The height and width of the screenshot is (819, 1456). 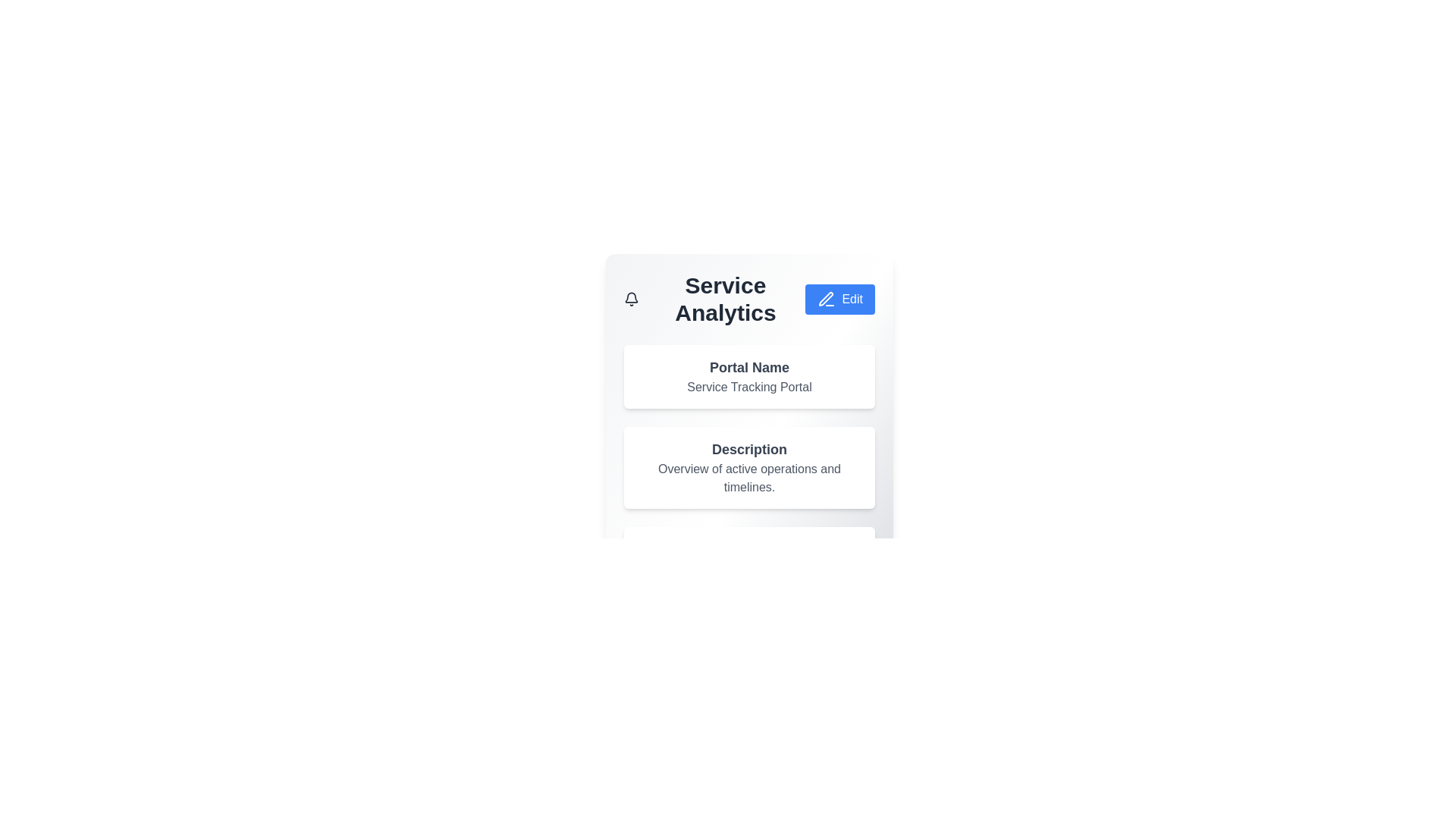 What do you see at coordinates (749, 368) in the screenshot?
I see `the 'Portal Name' text label, which is a bold, dark gray label with a larger font size, positioned at the top-center of a rounded box, above the 'Service Tracking Portal' label` at bounding box center [749, 368].